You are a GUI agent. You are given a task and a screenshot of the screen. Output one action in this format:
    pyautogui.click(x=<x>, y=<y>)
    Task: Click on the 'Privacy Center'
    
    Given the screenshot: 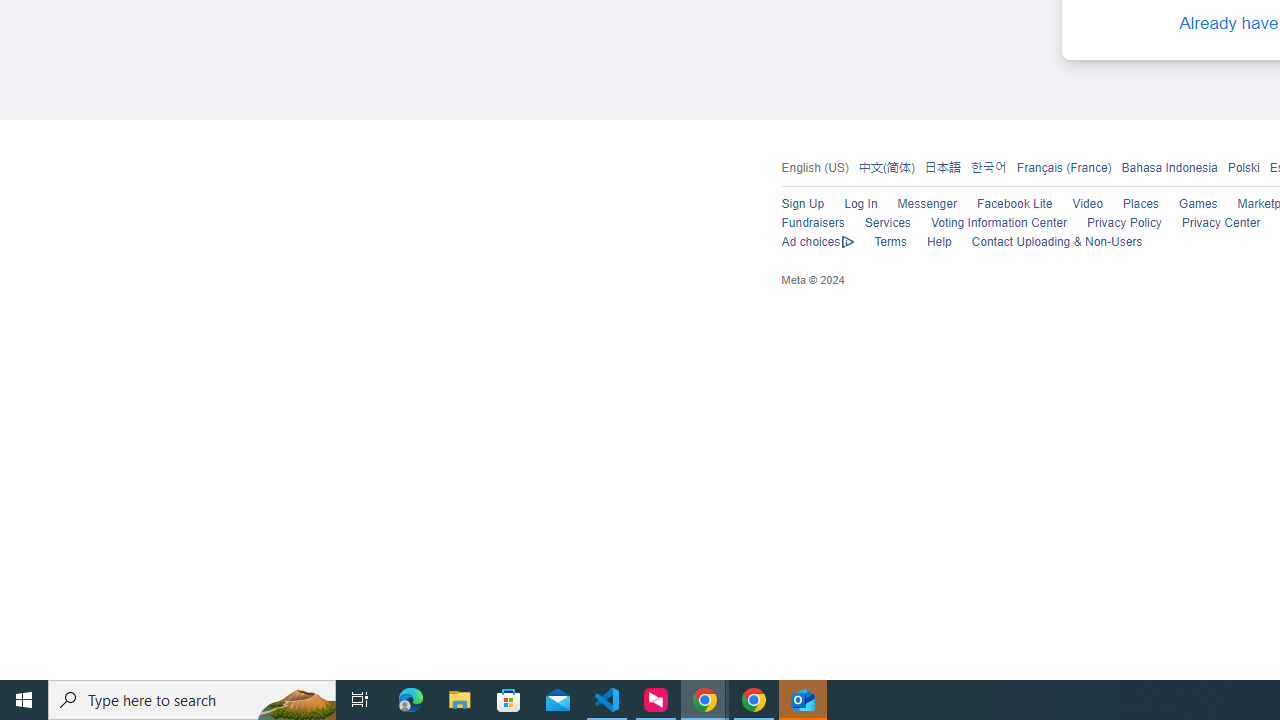 What is the action you would take?
    pyautogui.click(x=1220, y=223)
    